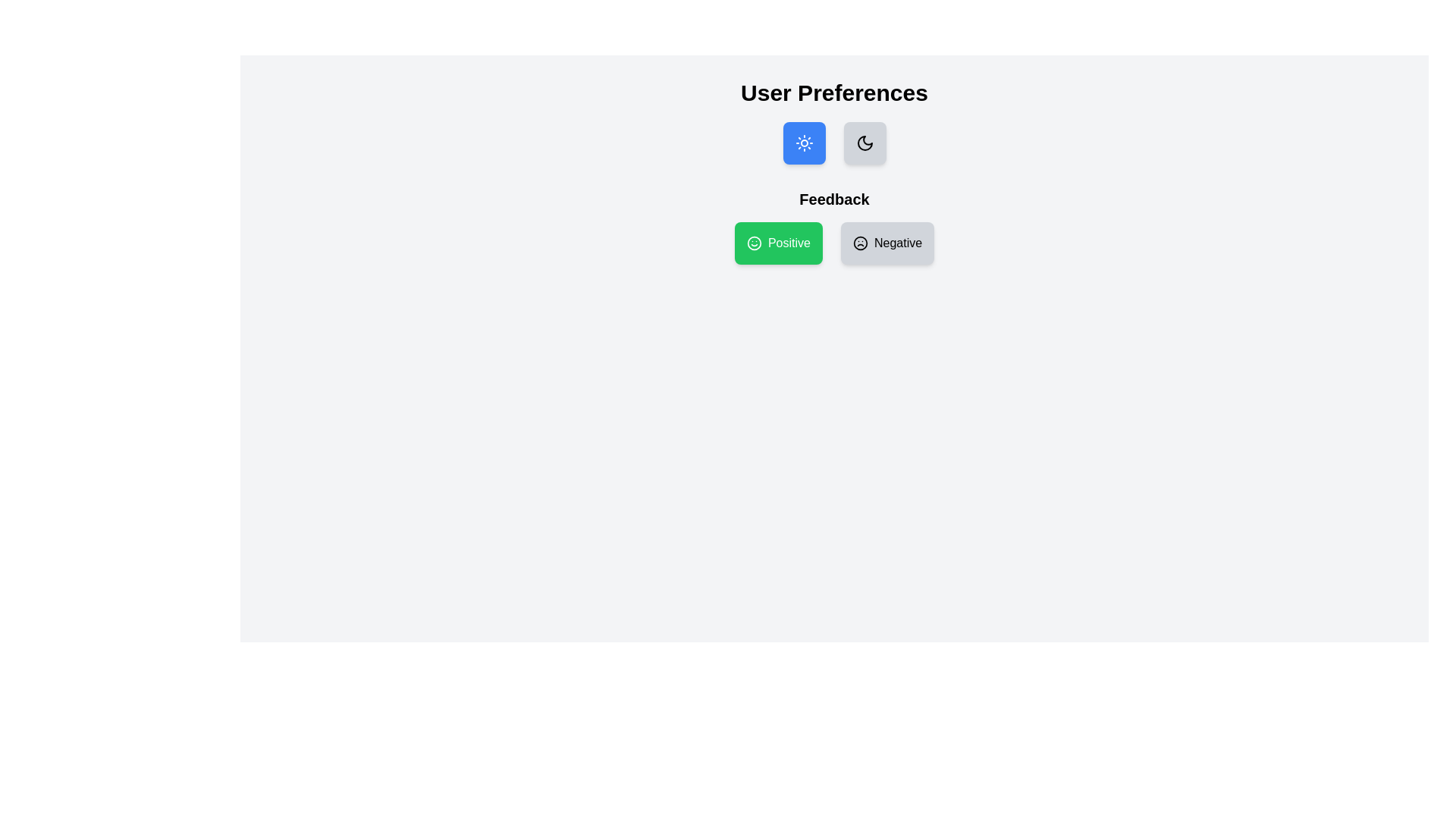 Image resolution: width=1456 pixels, height=819 pixels. What do you see at coordinates (864, 143) in the screenshot?
I see `the moon-shaped icon button with a black outline on a grey rounded rectangular background, which is the second icon in the top row under the 'User Preferences' section, located to the right of the sun icon` at bounding box center [864, 143].